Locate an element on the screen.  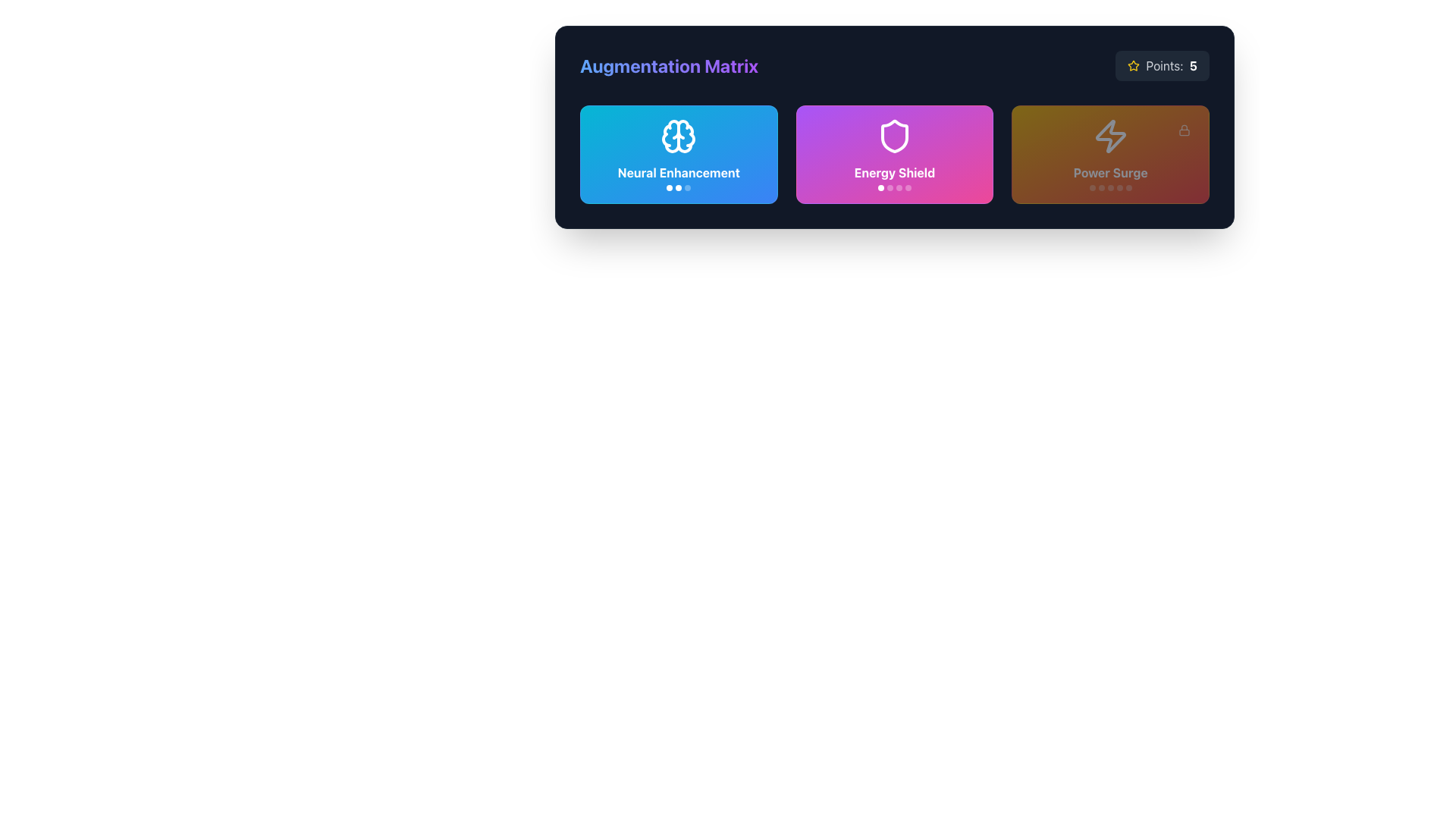
the 'Neural Enhancement' interactive card located in the first card of a set of three cards beneath the 'Augmentation Matrix' title is located at coordinates (678, 155).